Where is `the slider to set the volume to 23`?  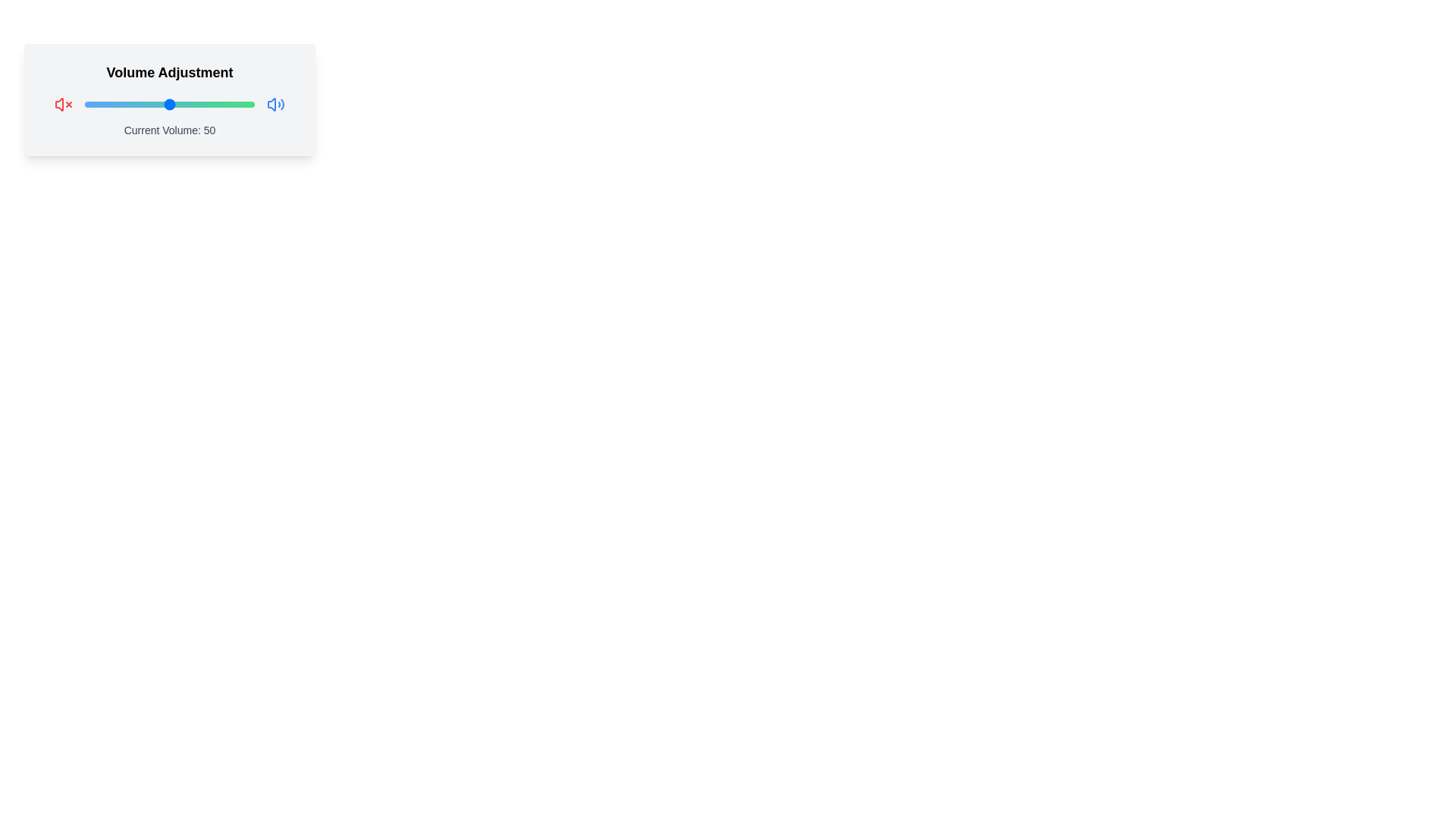 the slider to set the volume to 23 is located at coordinates (124, 104).